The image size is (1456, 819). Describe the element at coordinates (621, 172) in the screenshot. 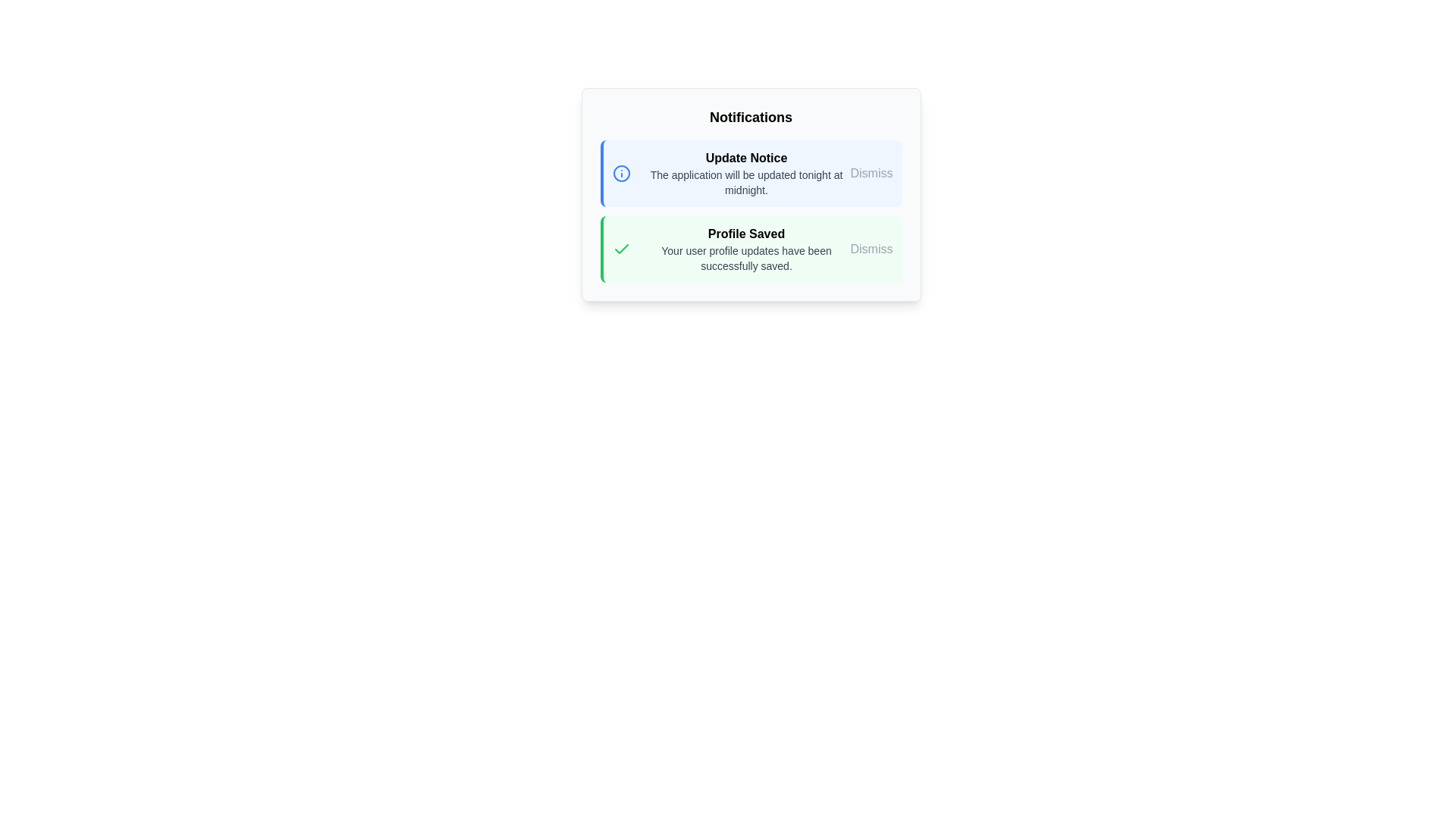

I see `the decorative circular vector graphic element within the 'Update Notice' notification card, which is styled with a blue stroke and represents an info or alert symbol` at that location.